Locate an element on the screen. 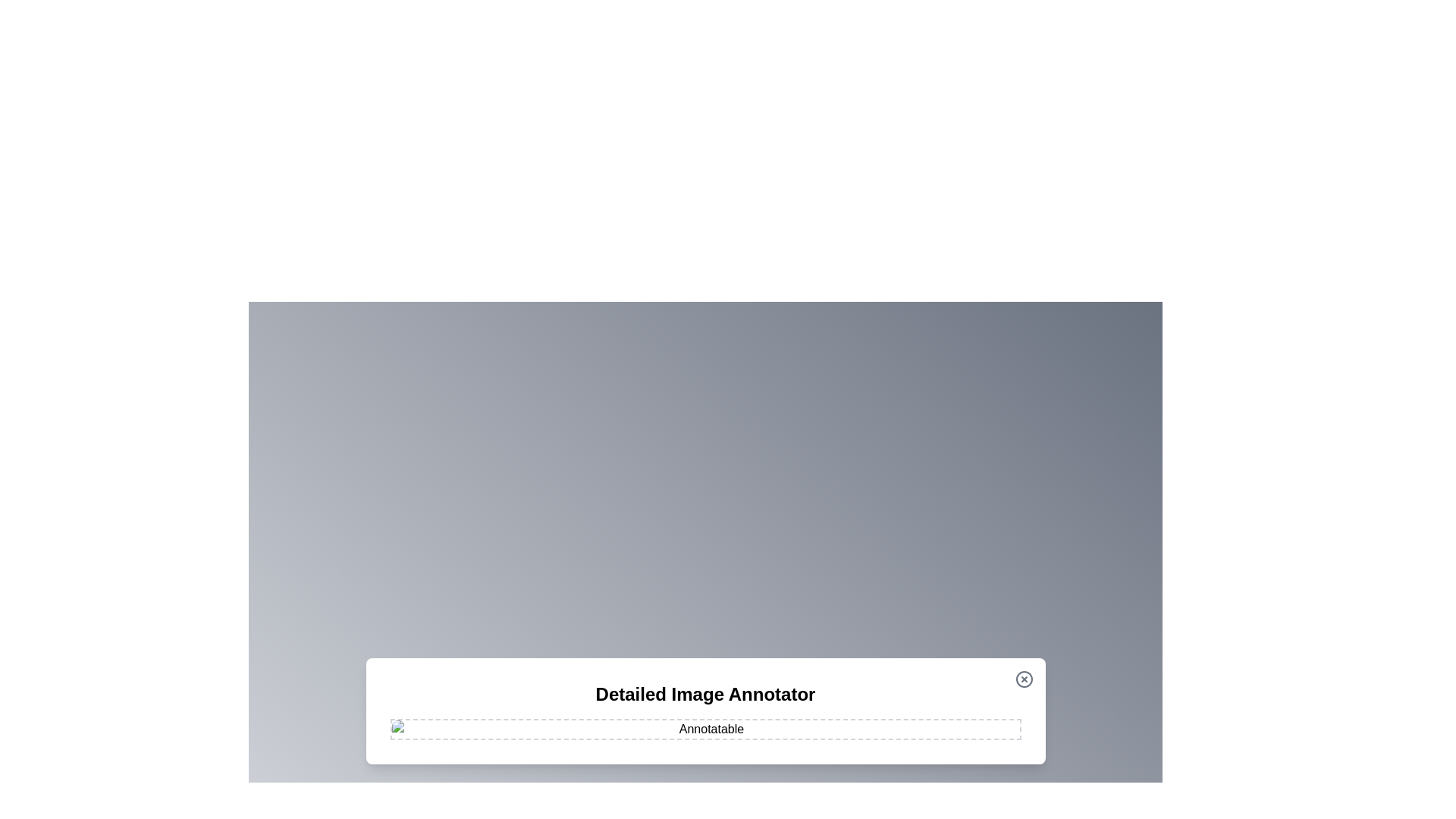 This screenshot has height=819, width=1456. the image at coordinates (1144, 950) to add an annotation is located at coordinates (867, 719).